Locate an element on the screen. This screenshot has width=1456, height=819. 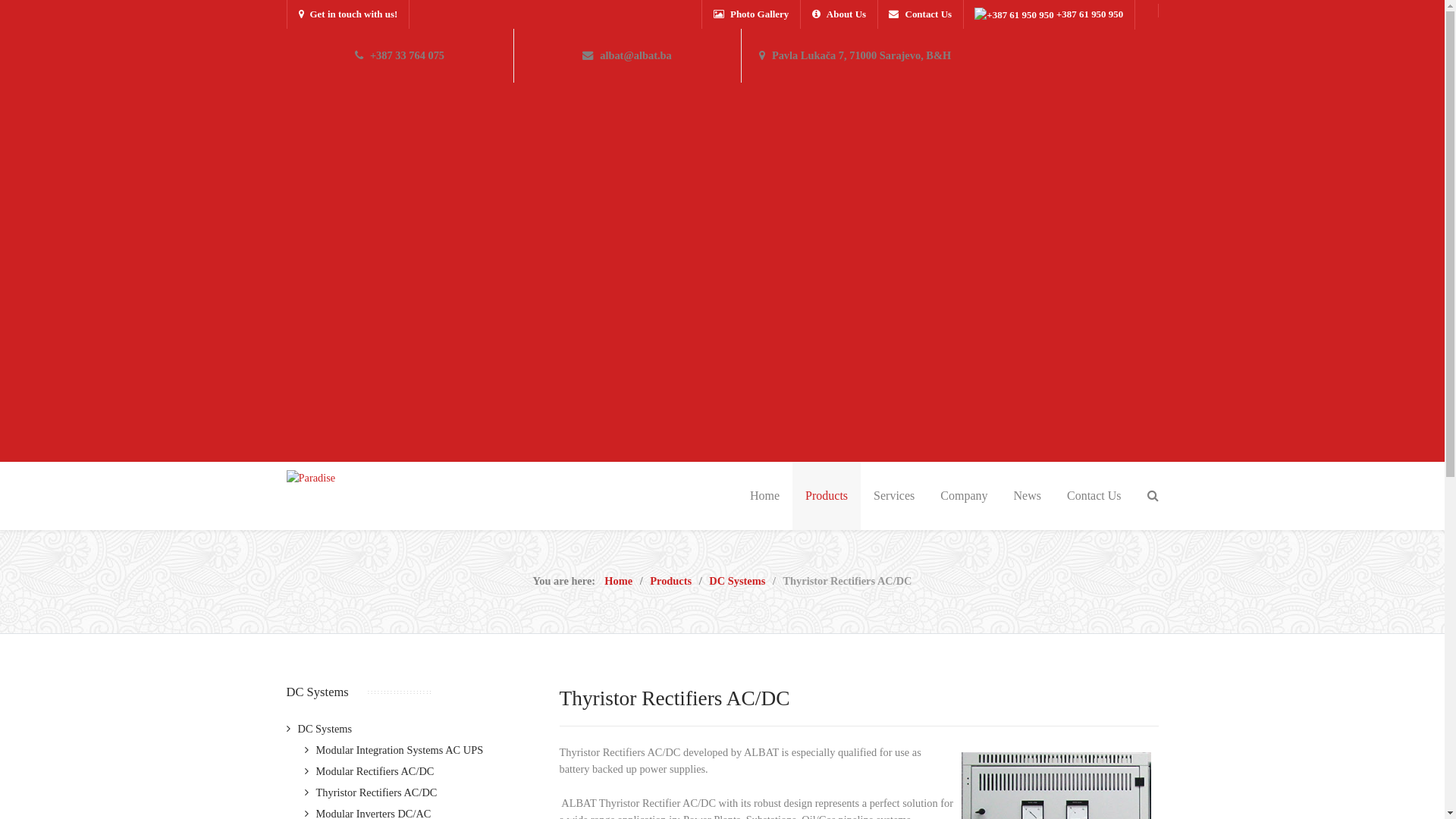
'Terms & Conditions' is located at coordinates (790, 536).